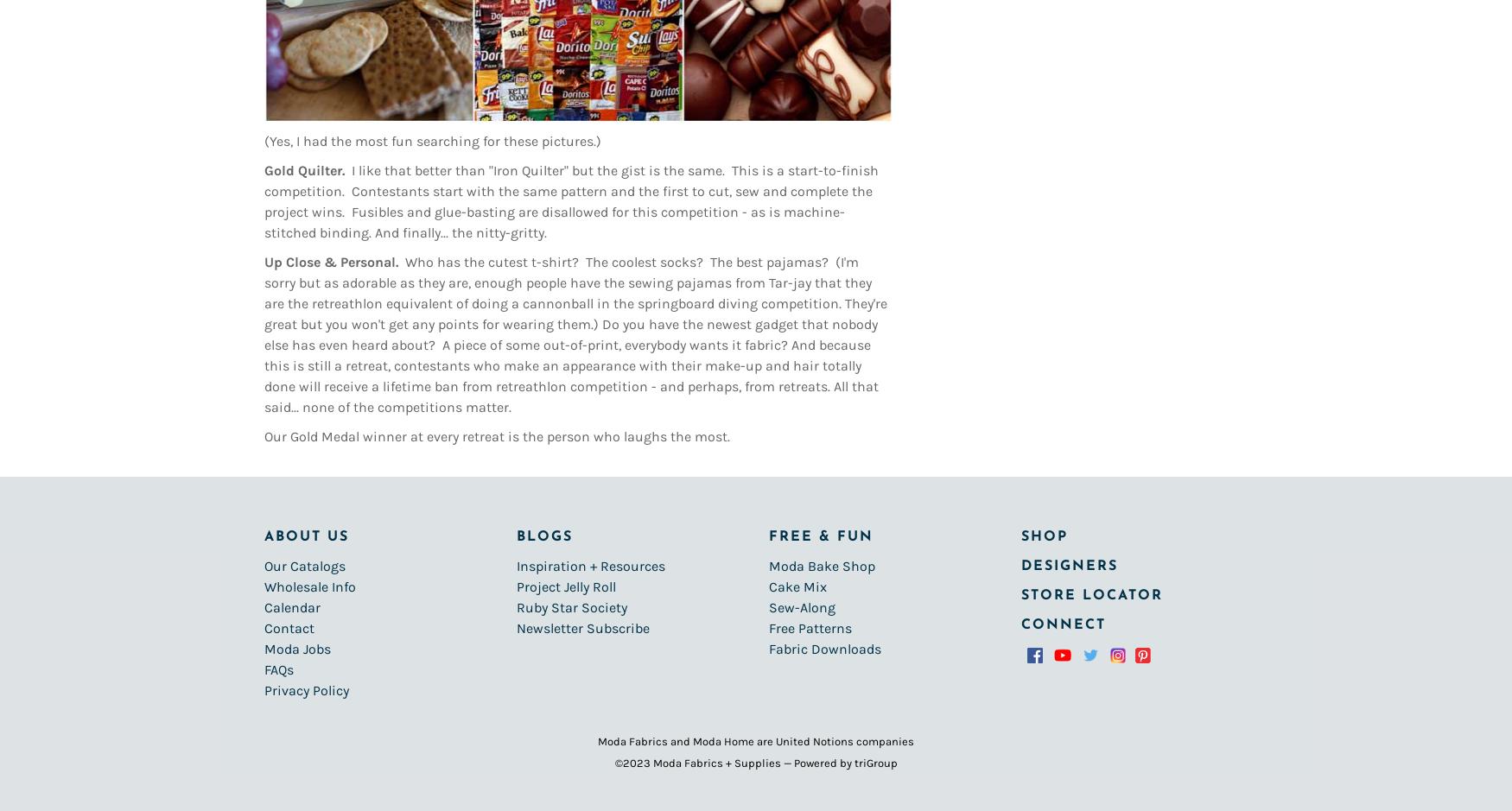  Describe the element at coordinates (571, 606) in the screenshot. I see `'Ruby Star Society'` at that location.